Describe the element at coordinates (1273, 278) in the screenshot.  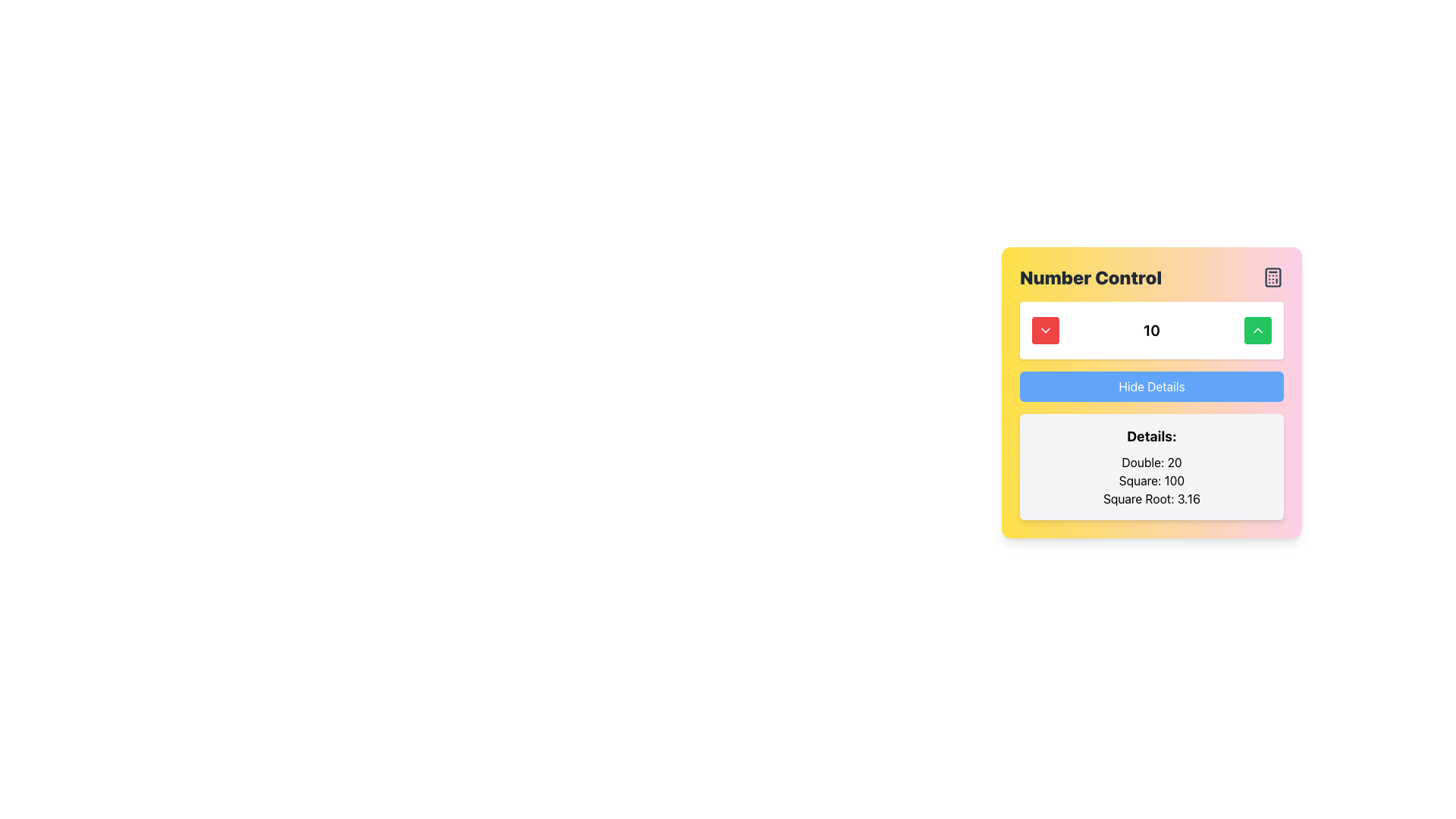
I see `the rectangular graphical element with rounded corners located within the calculator icon, positioned` at that location.